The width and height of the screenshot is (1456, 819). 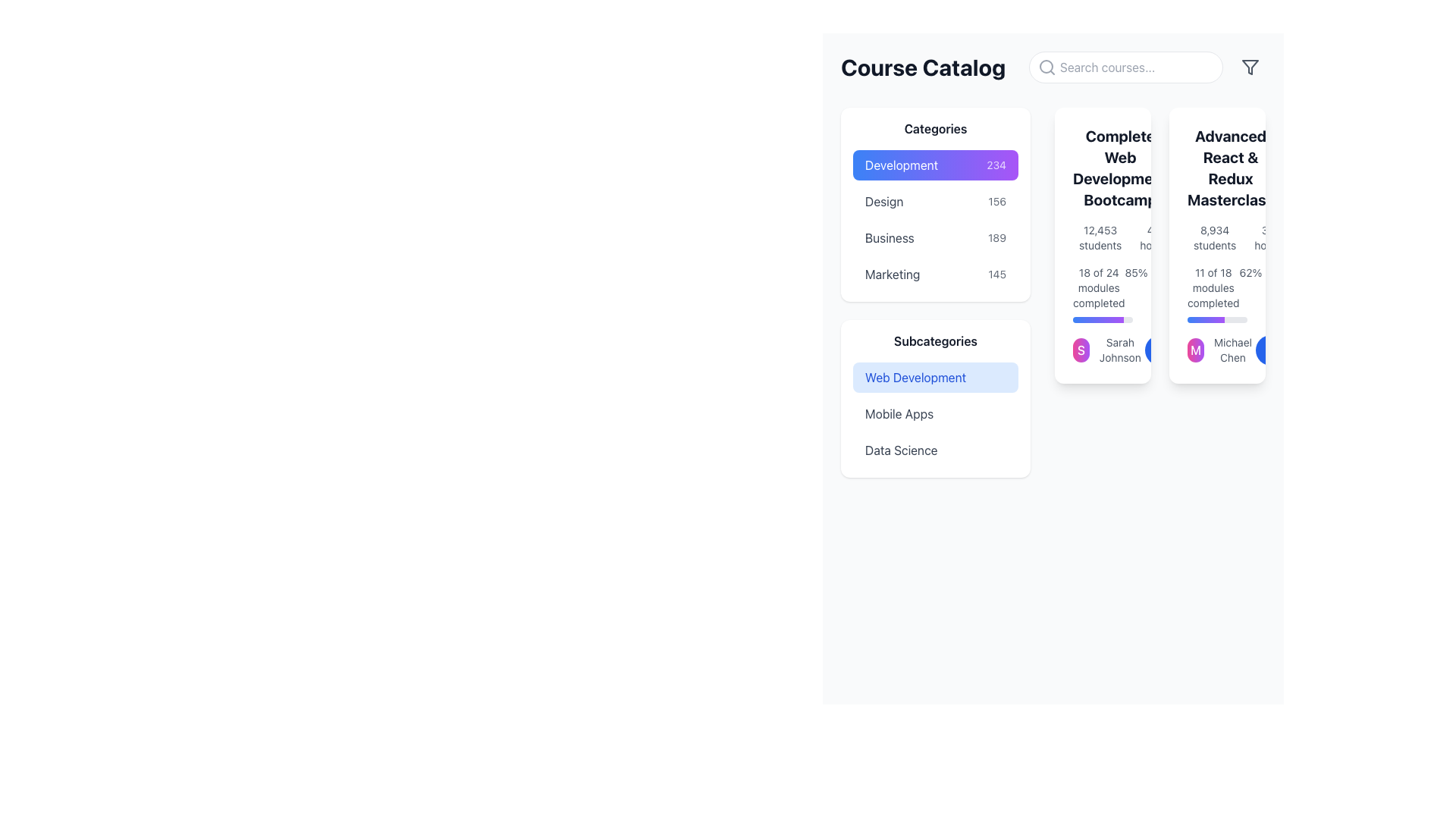 I want to click on the third entry in the Categories section labeled 'Business', so click(x=934, y=237).